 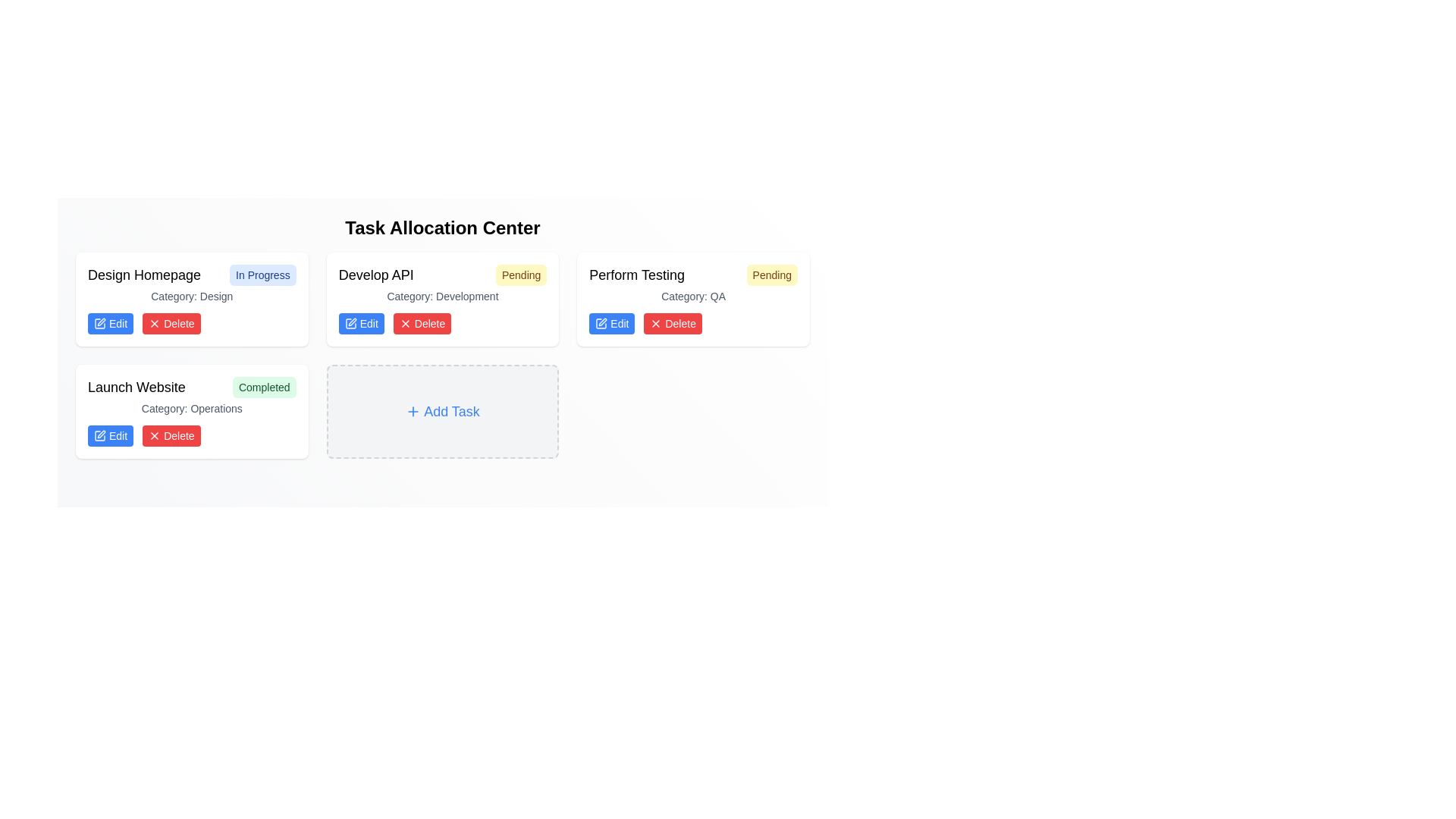 I want to click on informative text label indicating the task category 'Development' located in the 'Develop API' task card, positioned below the task's title and status, so click(x=442, y=296).